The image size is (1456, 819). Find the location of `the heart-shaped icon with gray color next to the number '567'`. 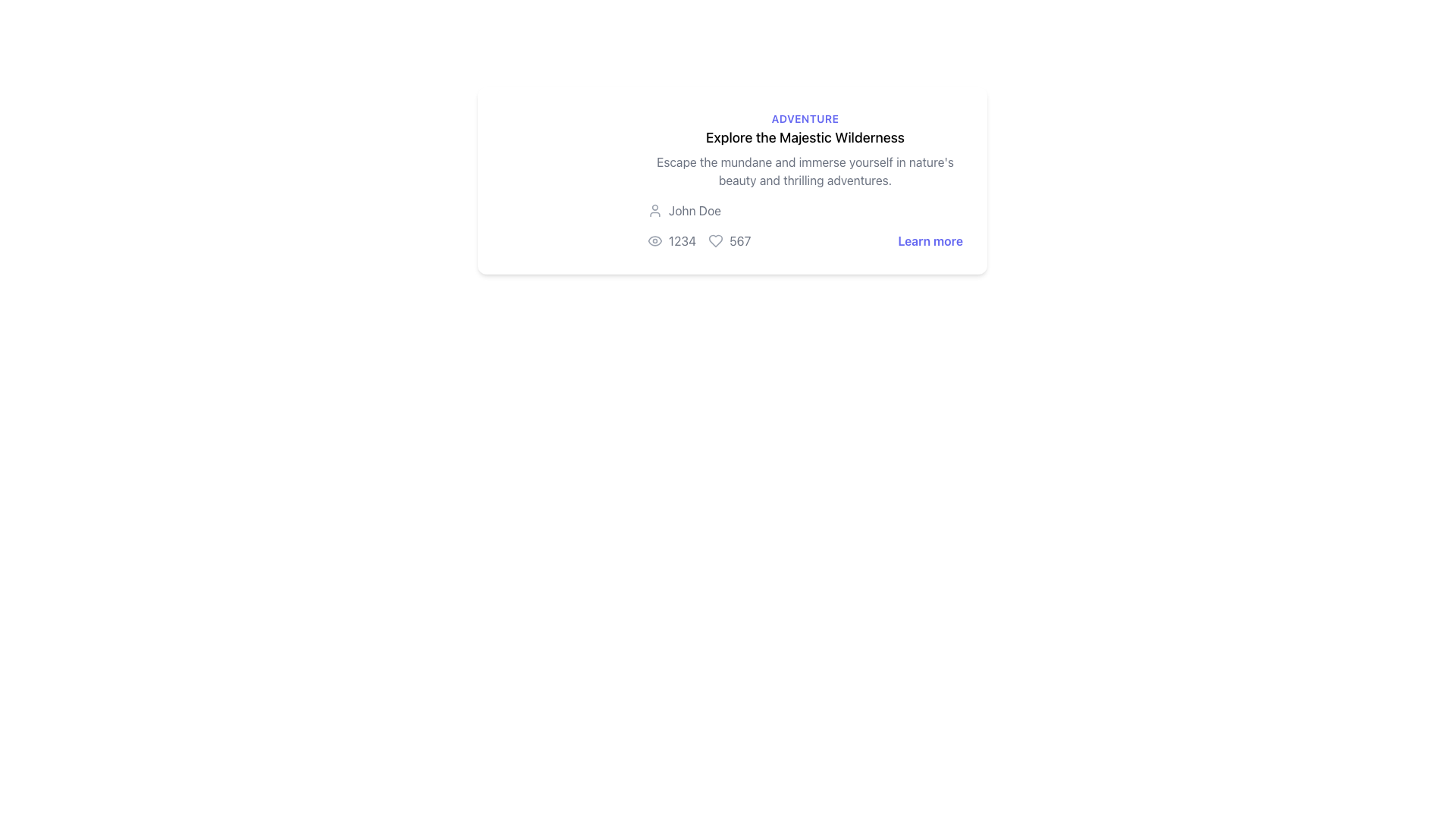

the heart-shaped icon with gray color next to the number '567' is located at coordinates (715, 240).